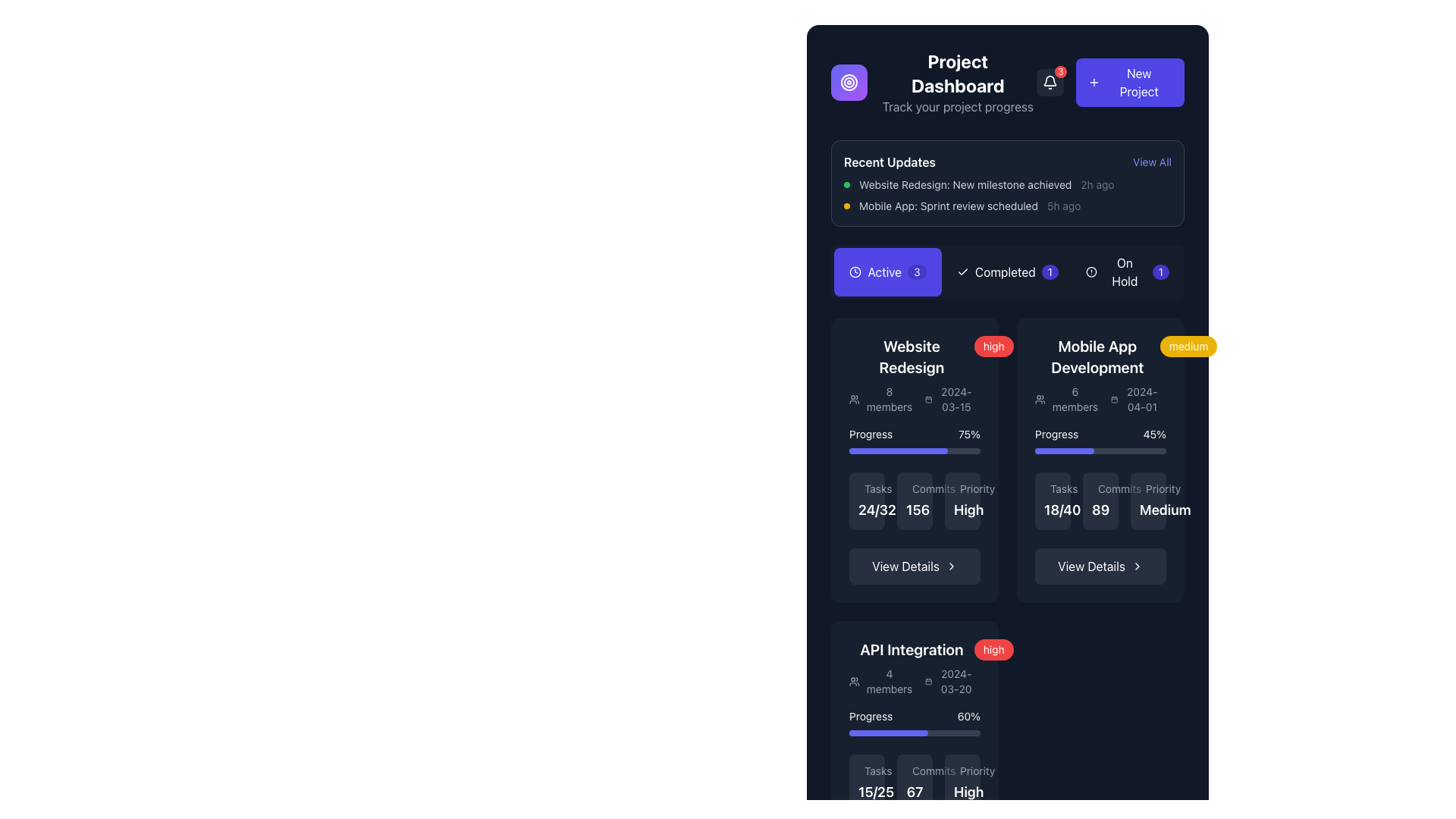 Image resolution: width=1456 pixels, height=819 pixels. Describe the element at coordinates (917, 510) in the screenshot. I see `the static text label that indicates the count of commits for the 'Website Redesign' project, located below the 'Commits' label and to the right of the 'Tasks' count display '24/32'` at that location.